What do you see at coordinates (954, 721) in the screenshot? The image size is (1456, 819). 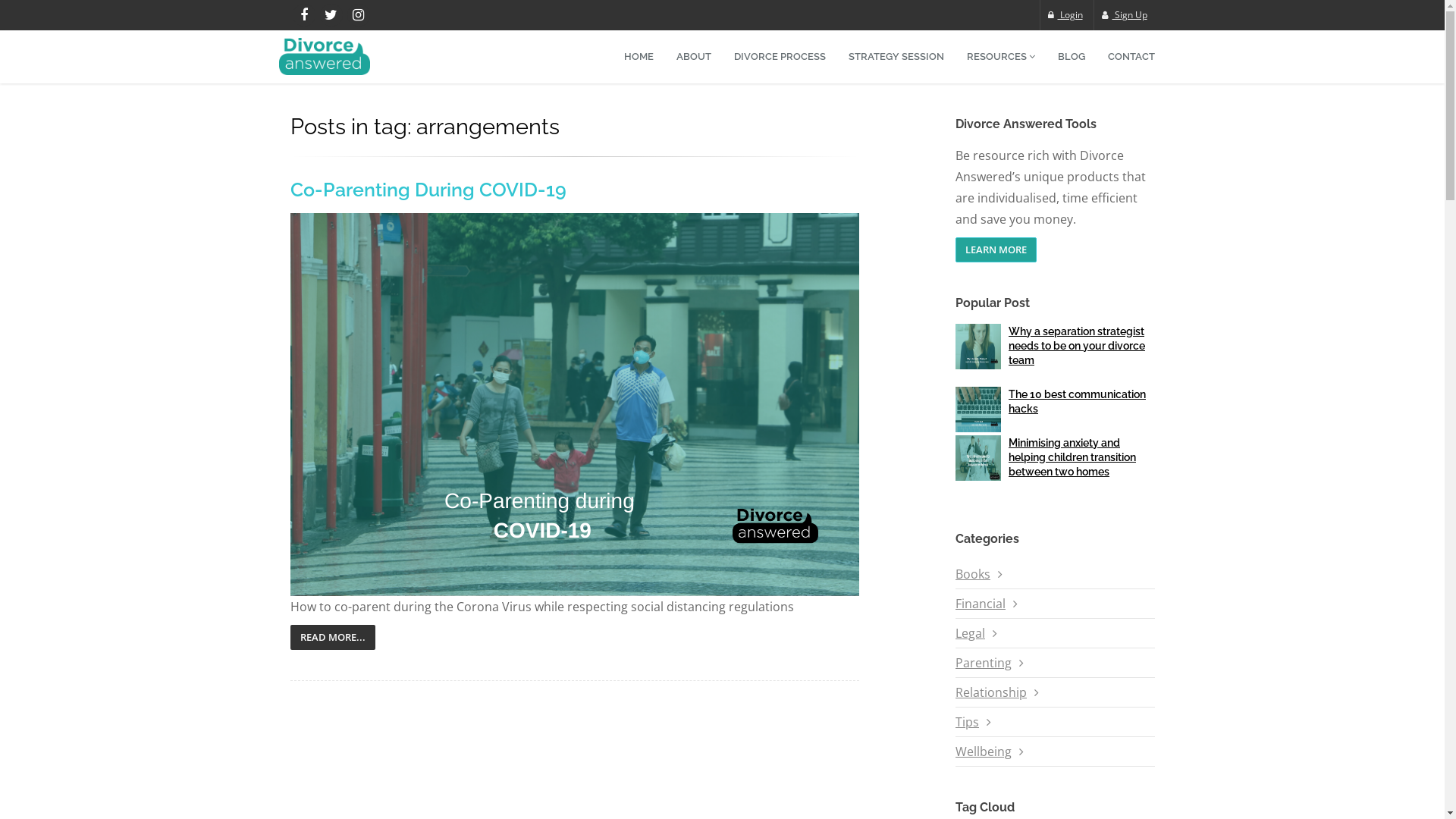 I see `'Tips'` at bounding box center [954, 721].